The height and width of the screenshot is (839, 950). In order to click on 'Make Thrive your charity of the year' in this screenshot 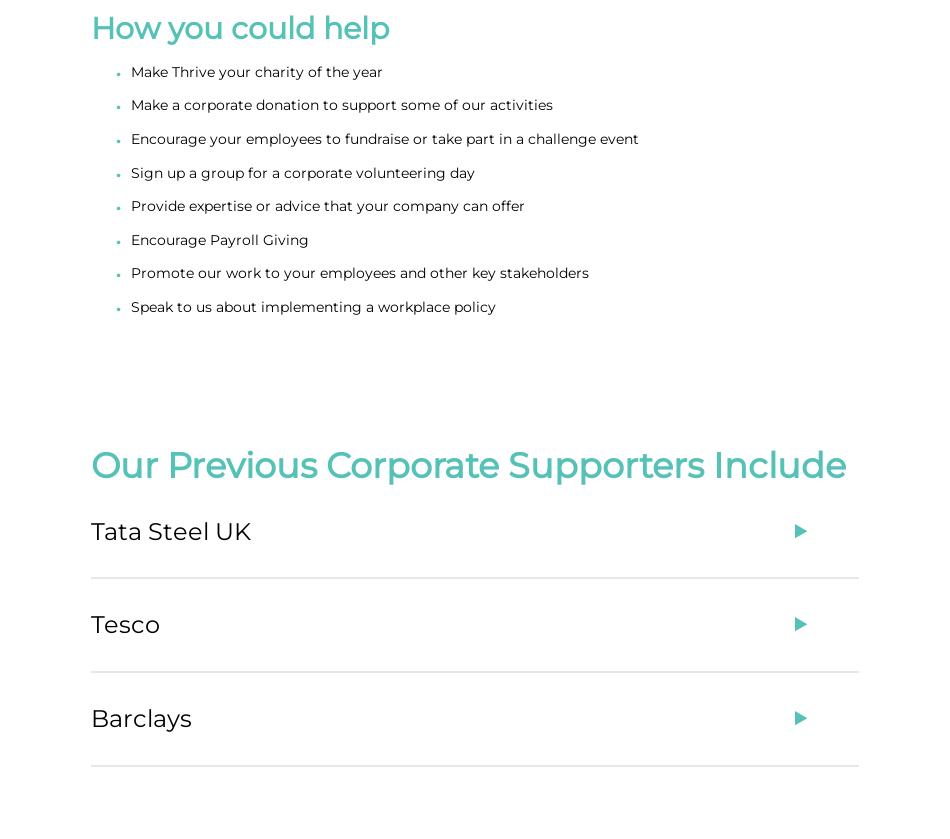, I will do `click(255, 70)`.